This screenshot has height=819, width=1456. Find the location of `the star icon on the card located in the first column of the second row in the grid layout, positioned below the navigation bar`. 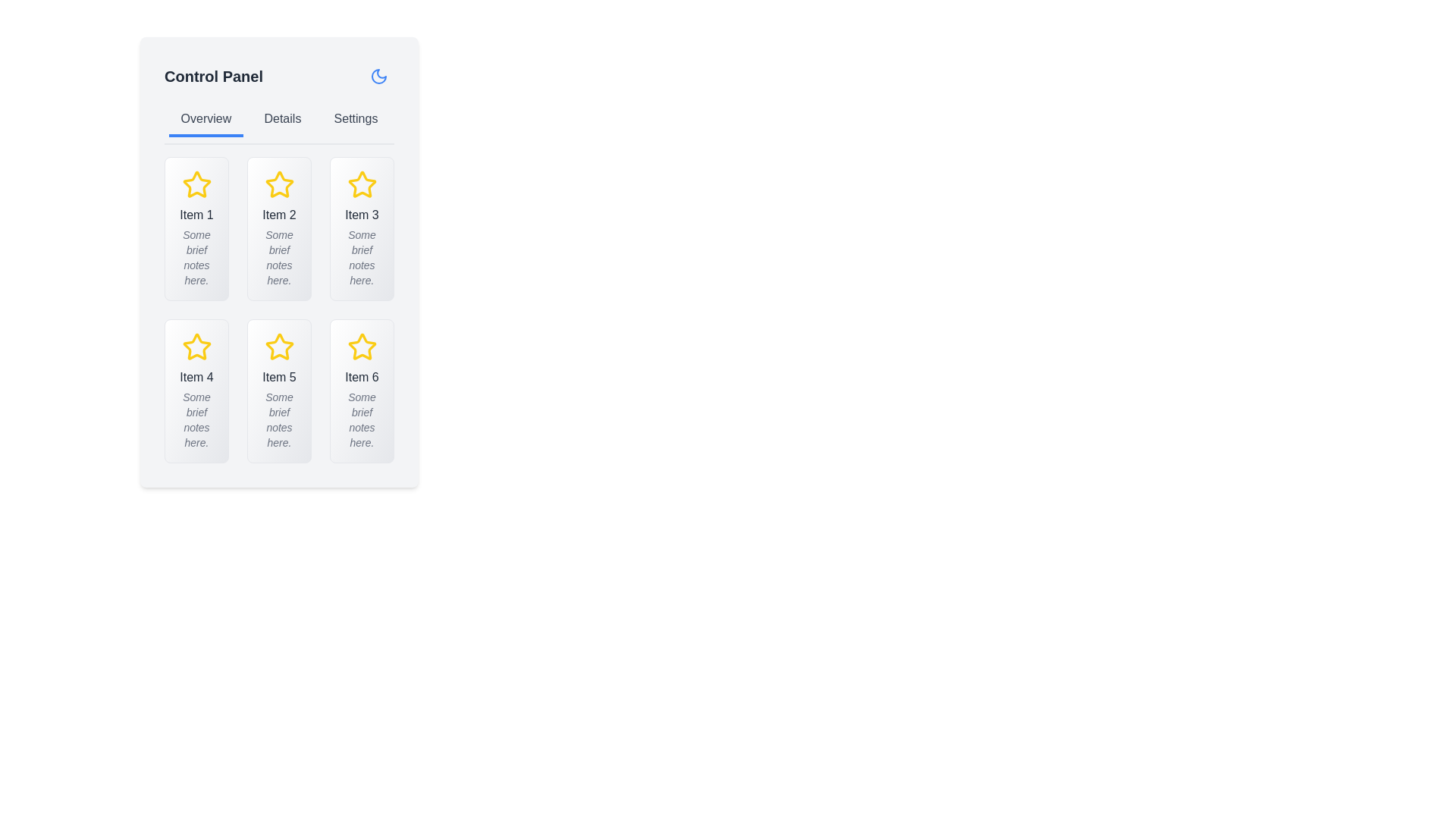

the star icon on the card located in the first column of the second row in the grid layout, positioned below the navigation bar is located at coordinates (196, 391).